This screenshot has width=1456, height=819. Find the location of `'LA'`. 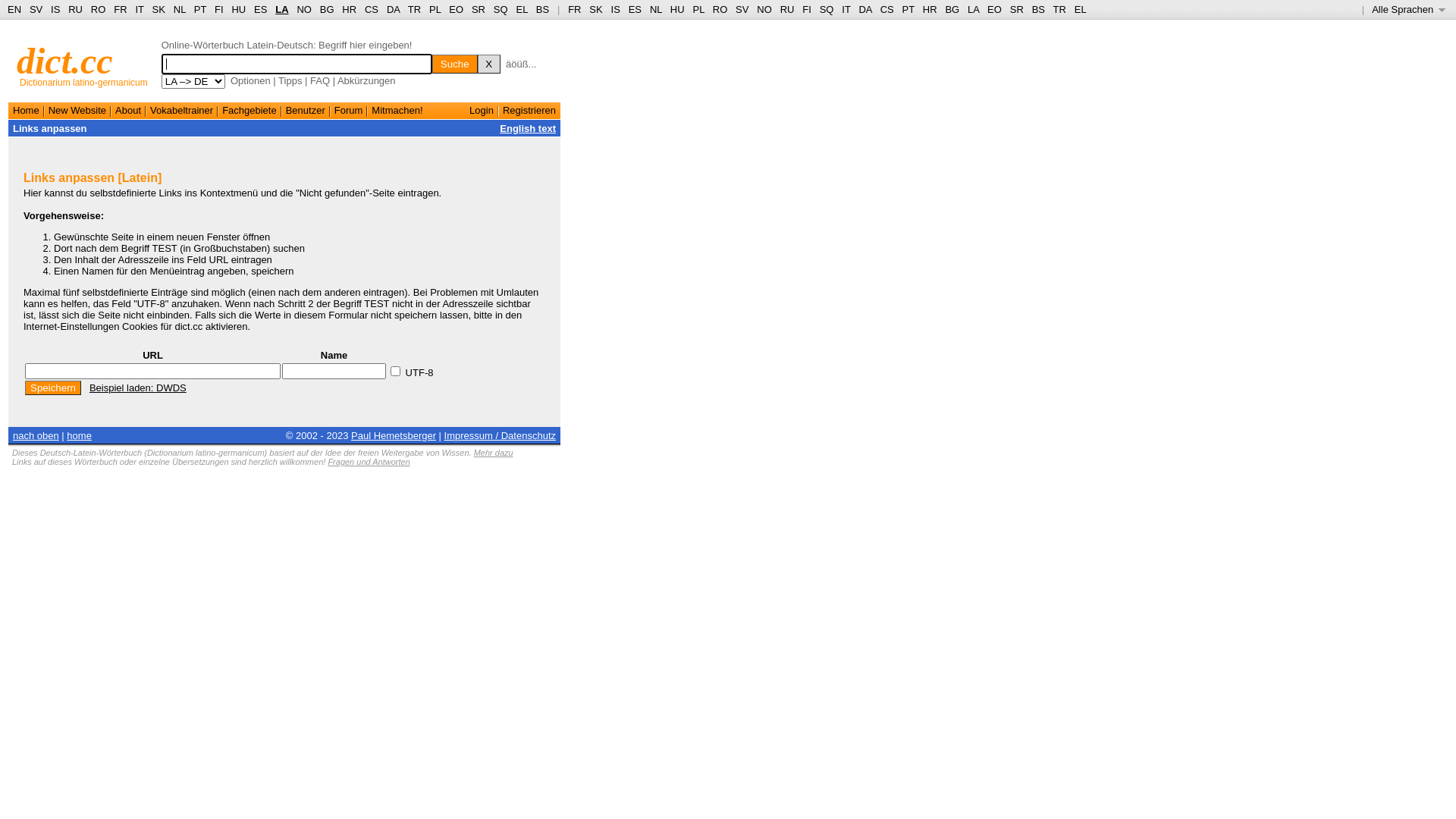

'LA' is located at coordinates (973, 9).